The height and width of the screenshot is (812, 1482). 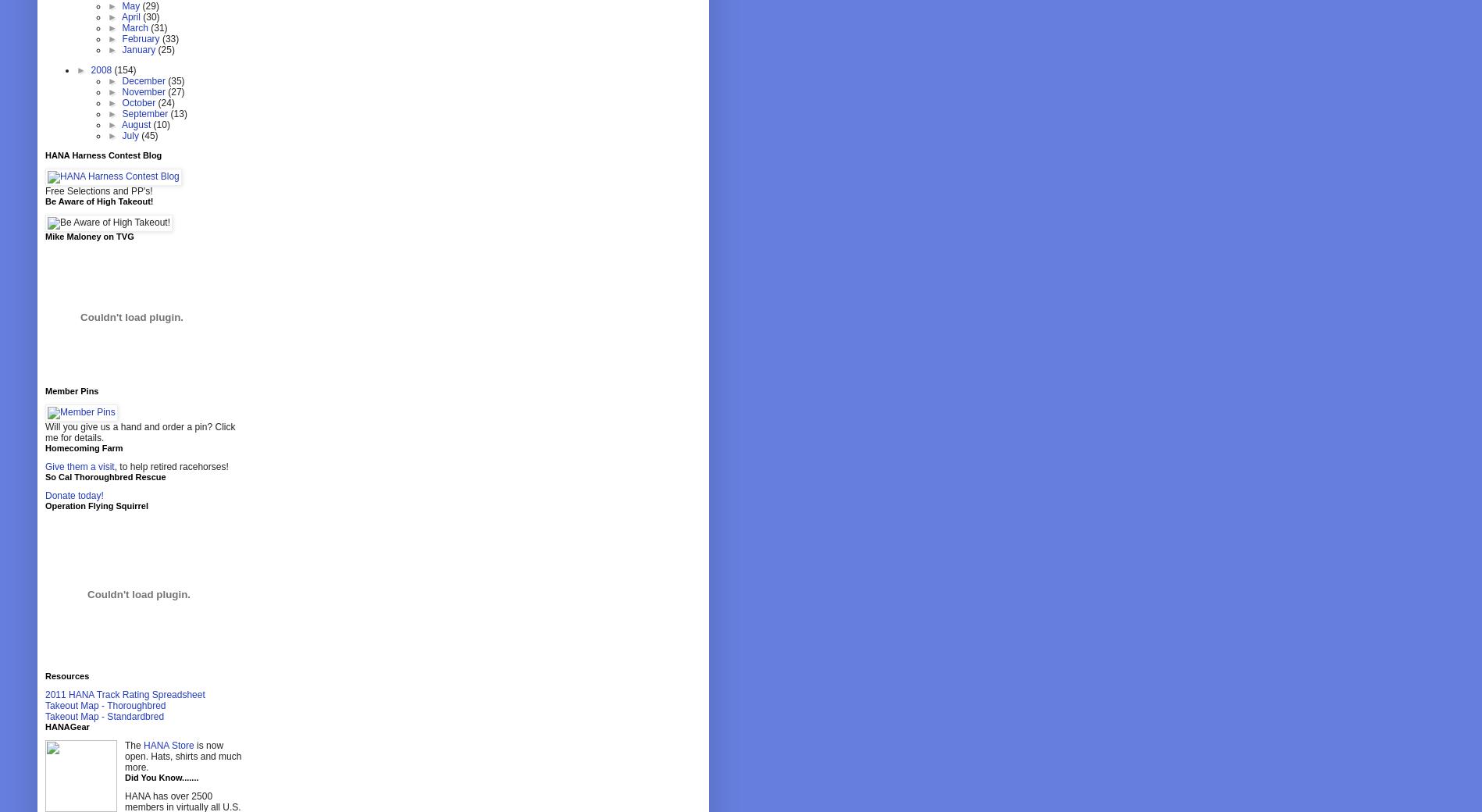 What do you see at coordinates (175, 91) in the screenshot?
I see `'(27)'` at bounding box center [175, 91].